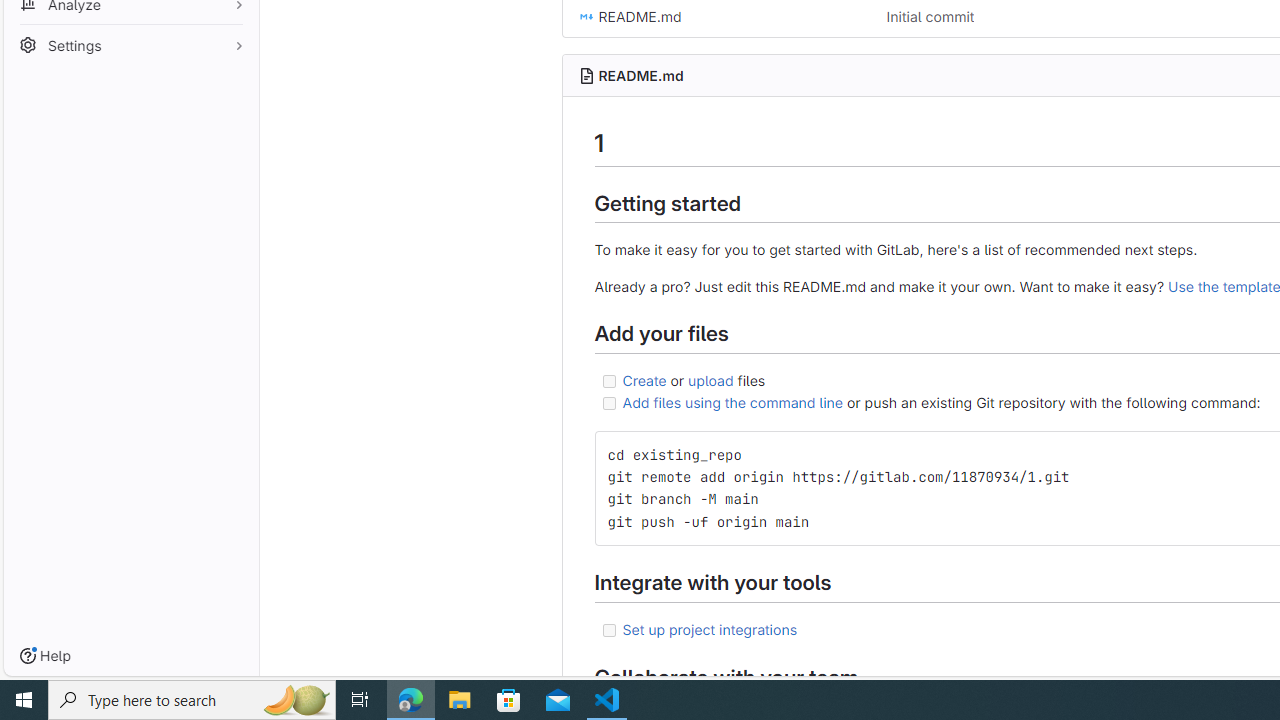 The width and height of the screenshot is (1280, 720). Describe the element at coordinates (711, 379) in the screenshot. I see `'upload'` at that location.